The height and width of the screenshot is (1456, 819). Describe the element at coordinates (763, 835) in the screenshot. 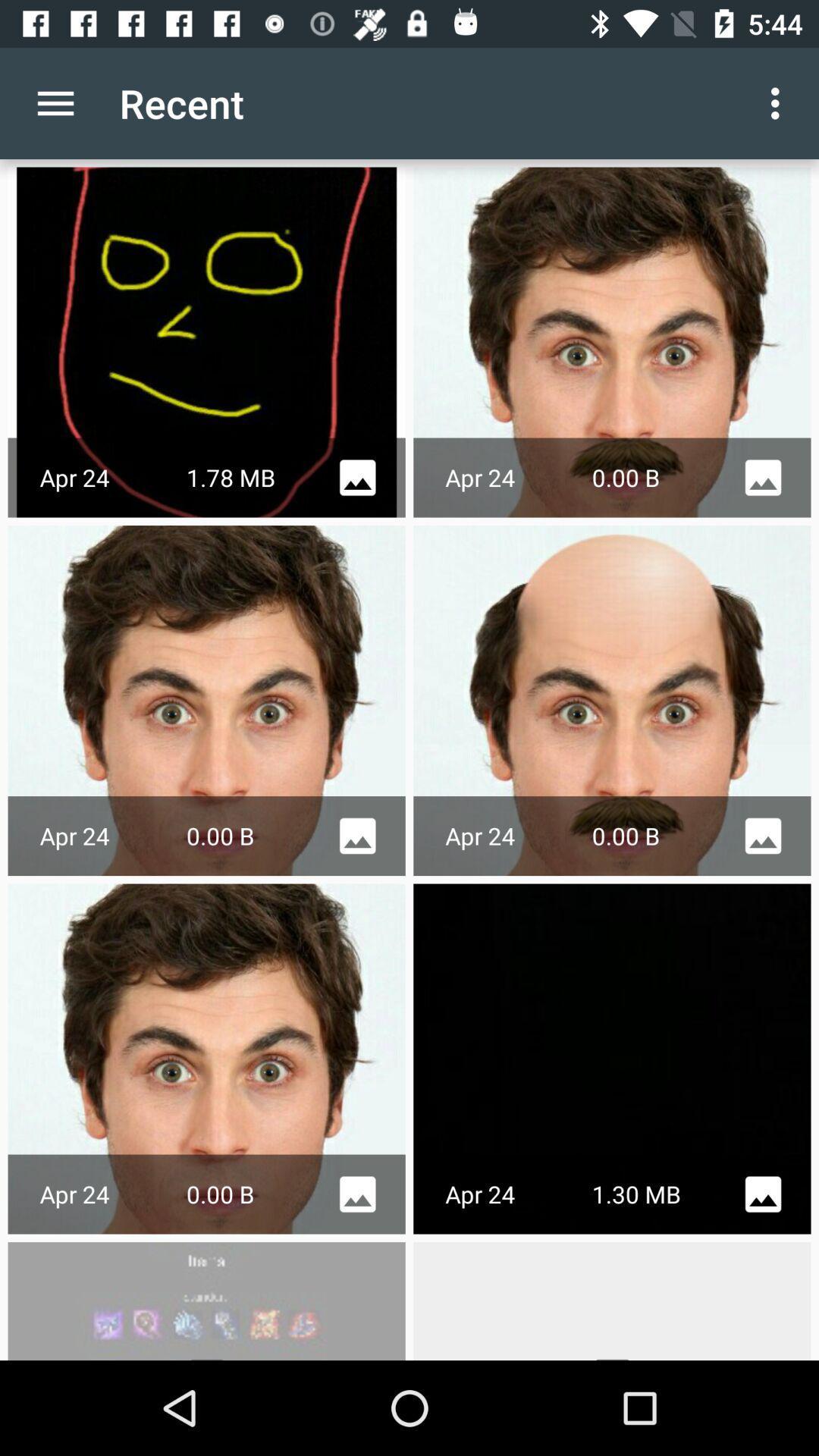

I see `the icon on the second option second row` at that location.